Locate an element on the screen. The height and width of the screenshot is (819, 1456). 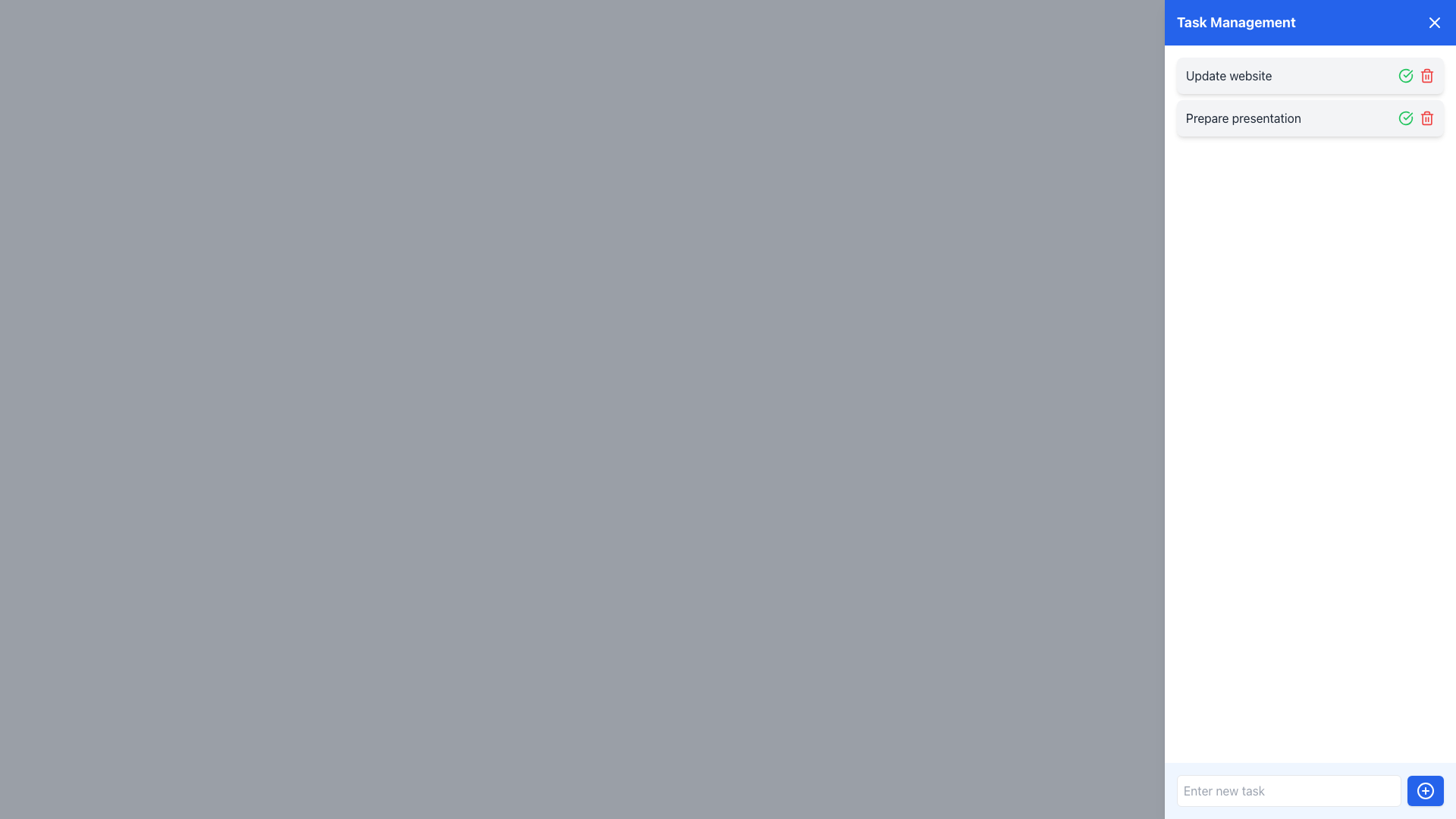
the static text label displaying 'Prepare presentation', which is the second task item in the task management list is located at coordinates (1243, 117).